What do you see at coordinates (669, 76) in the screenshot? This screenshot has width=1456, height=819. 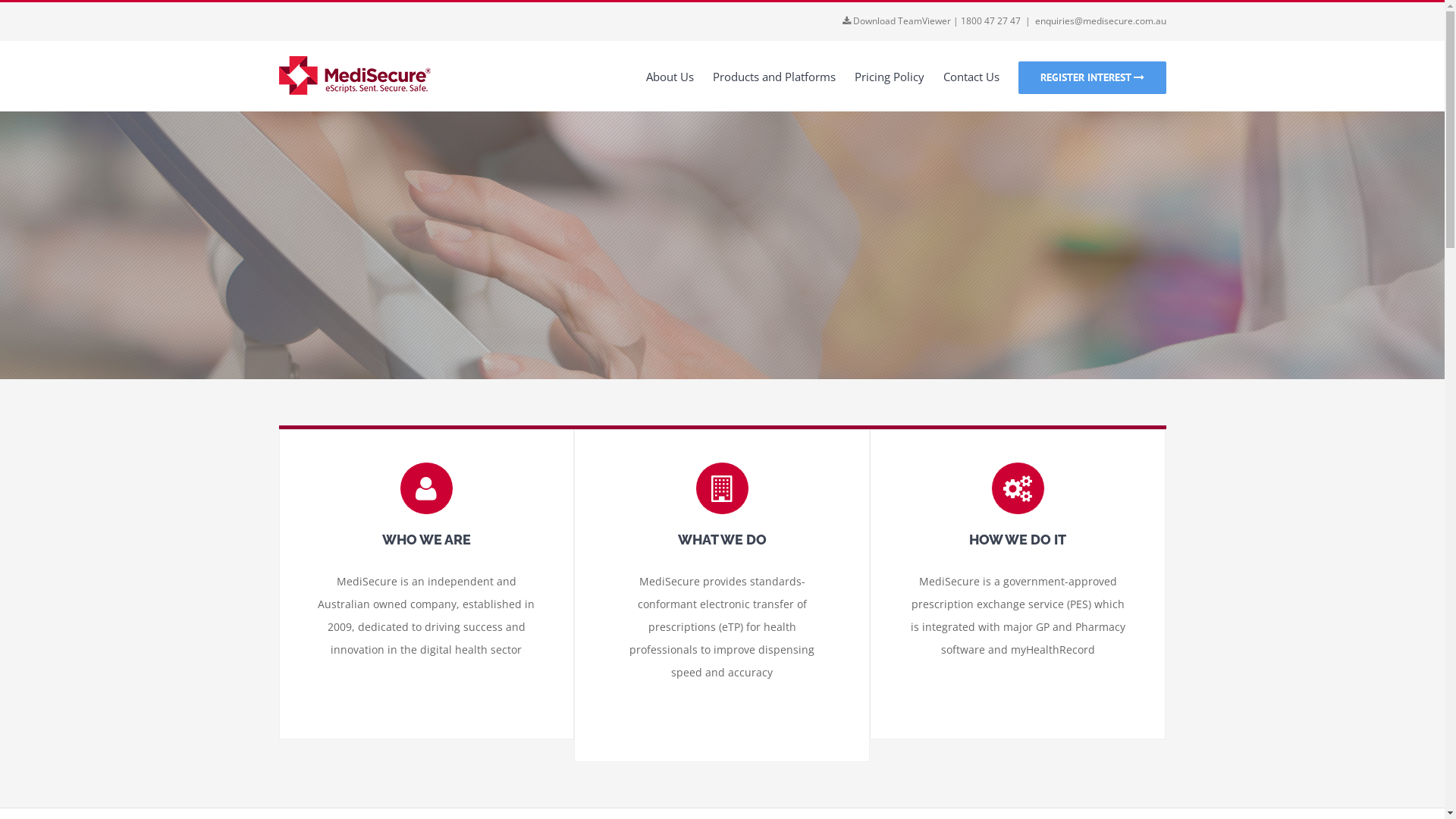 I see `'About Us'` at bounding box center [669, 76].